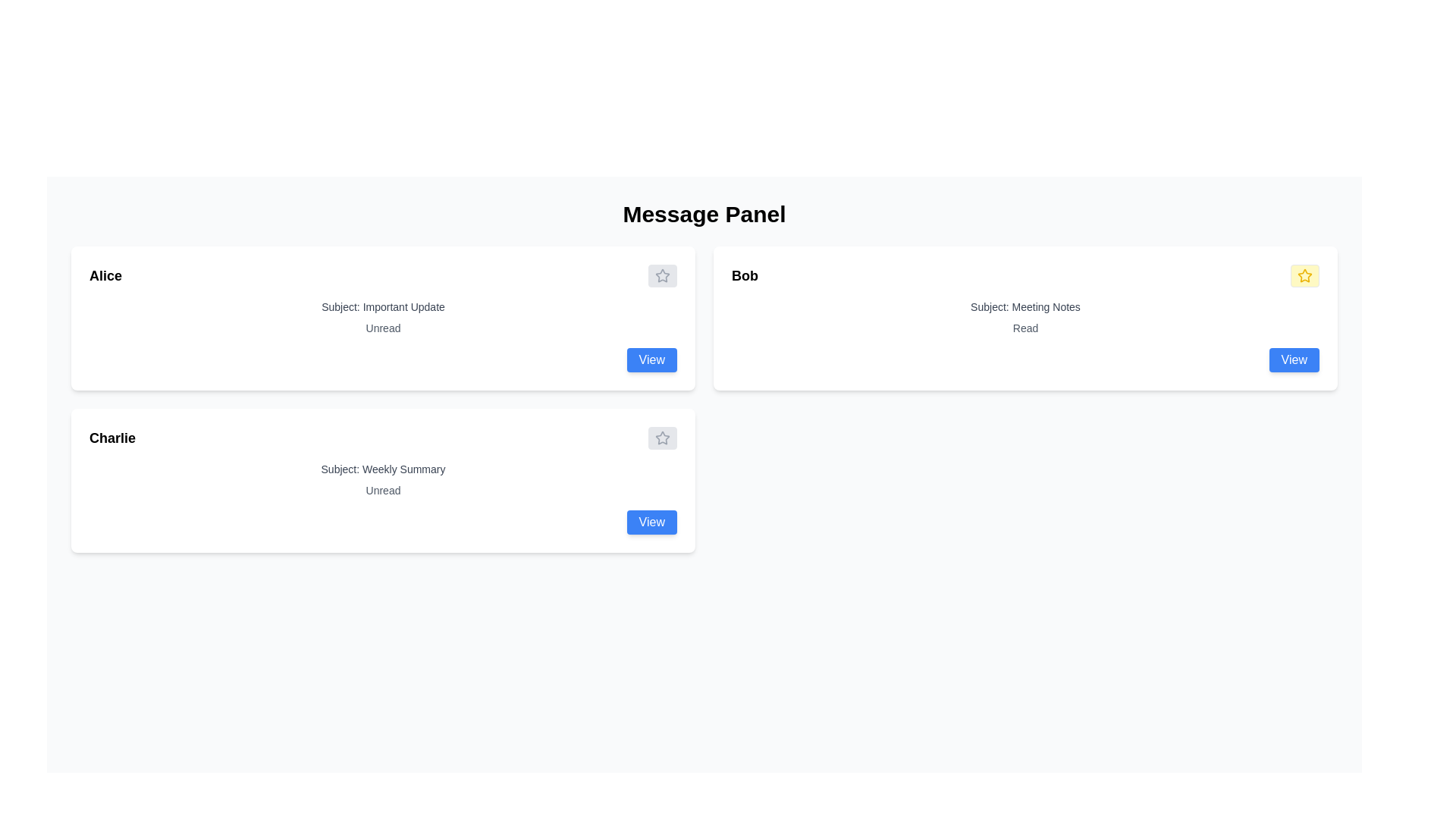 Image resolution: width=1456 pixels, height=819 pixels. Describe the element at coordinates (1304, 275) in the screenshot. I see `on the interactive star icon located in the top-right corner of the box associated with 'Bob'` at that location.